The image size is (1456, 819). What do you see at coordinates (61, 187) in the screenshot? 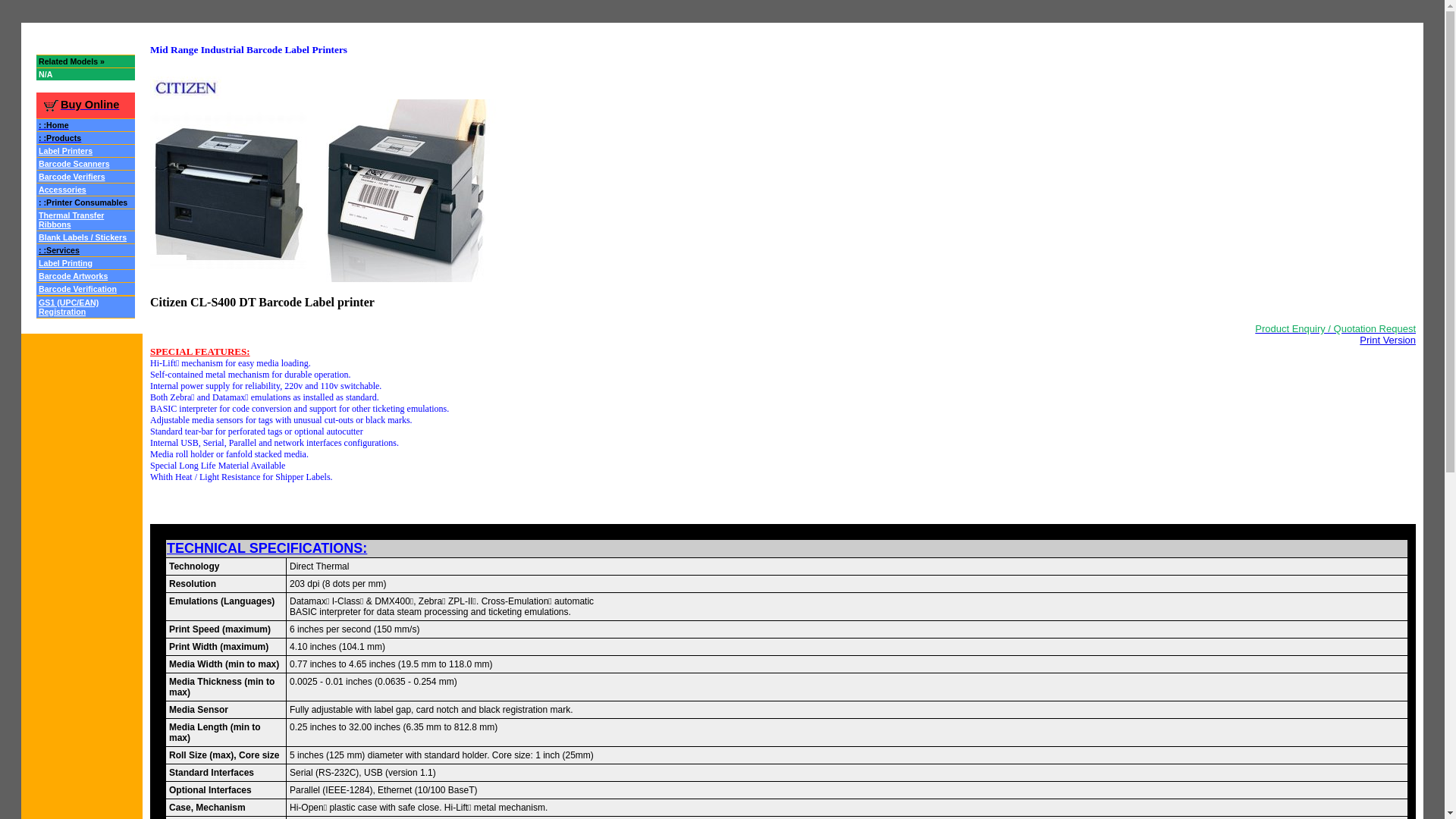
I see `'Accessories'` at bounding box center [61, 187].